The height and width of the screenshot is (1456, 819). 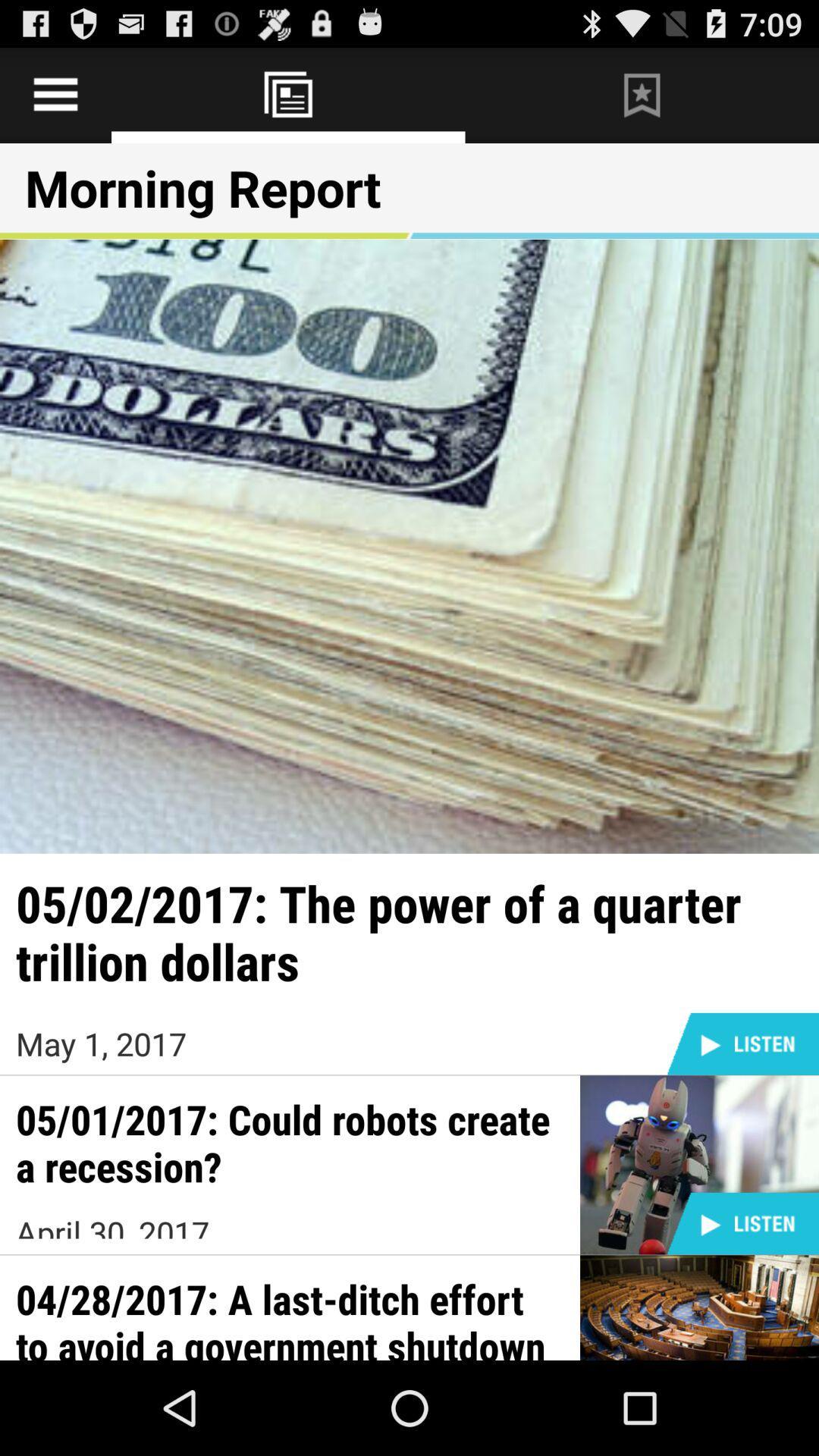 I want to click on the more icon, so click(x=642, y=101).